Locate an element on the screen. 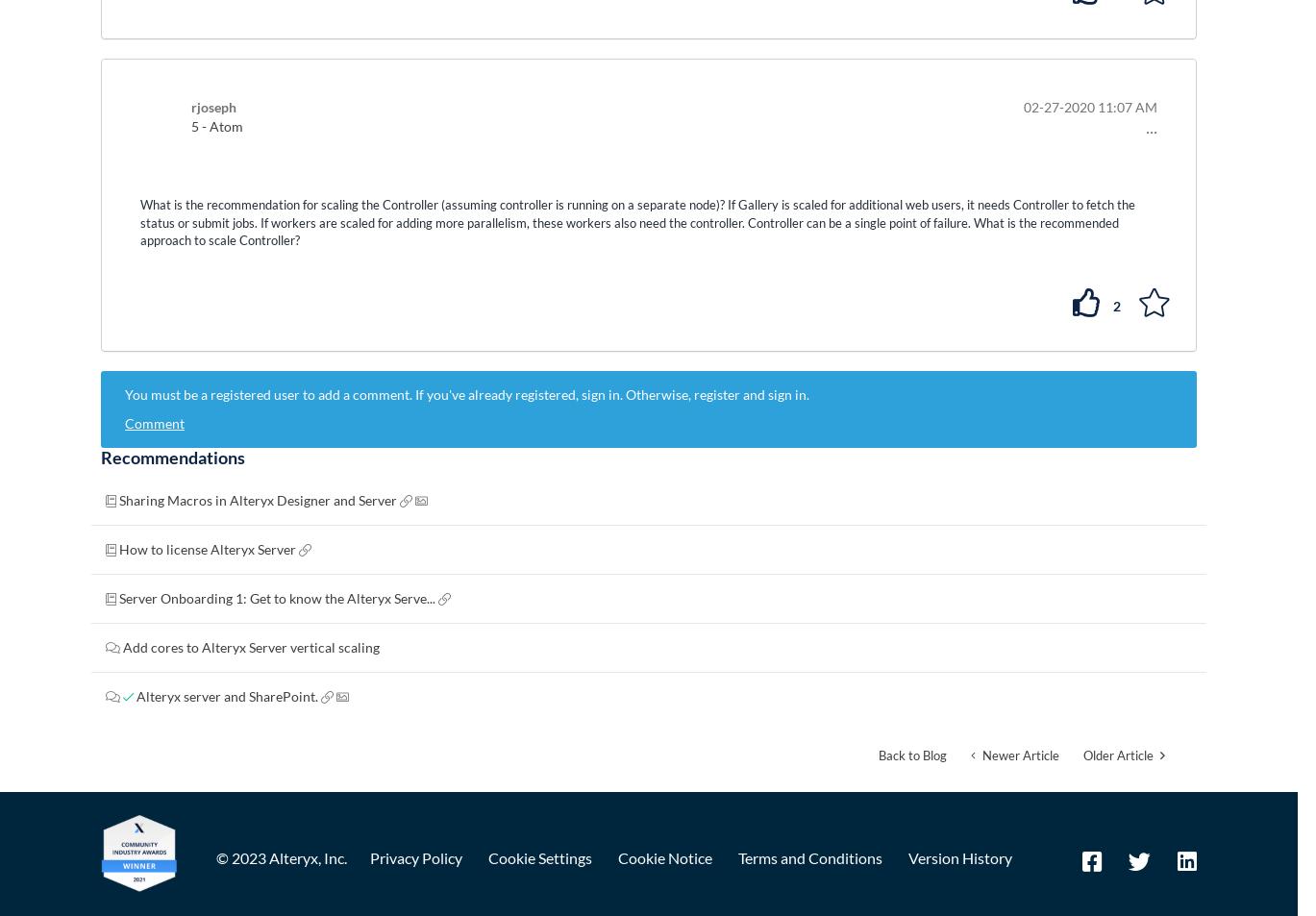  'Version History' is located at coordinates (959, 856).